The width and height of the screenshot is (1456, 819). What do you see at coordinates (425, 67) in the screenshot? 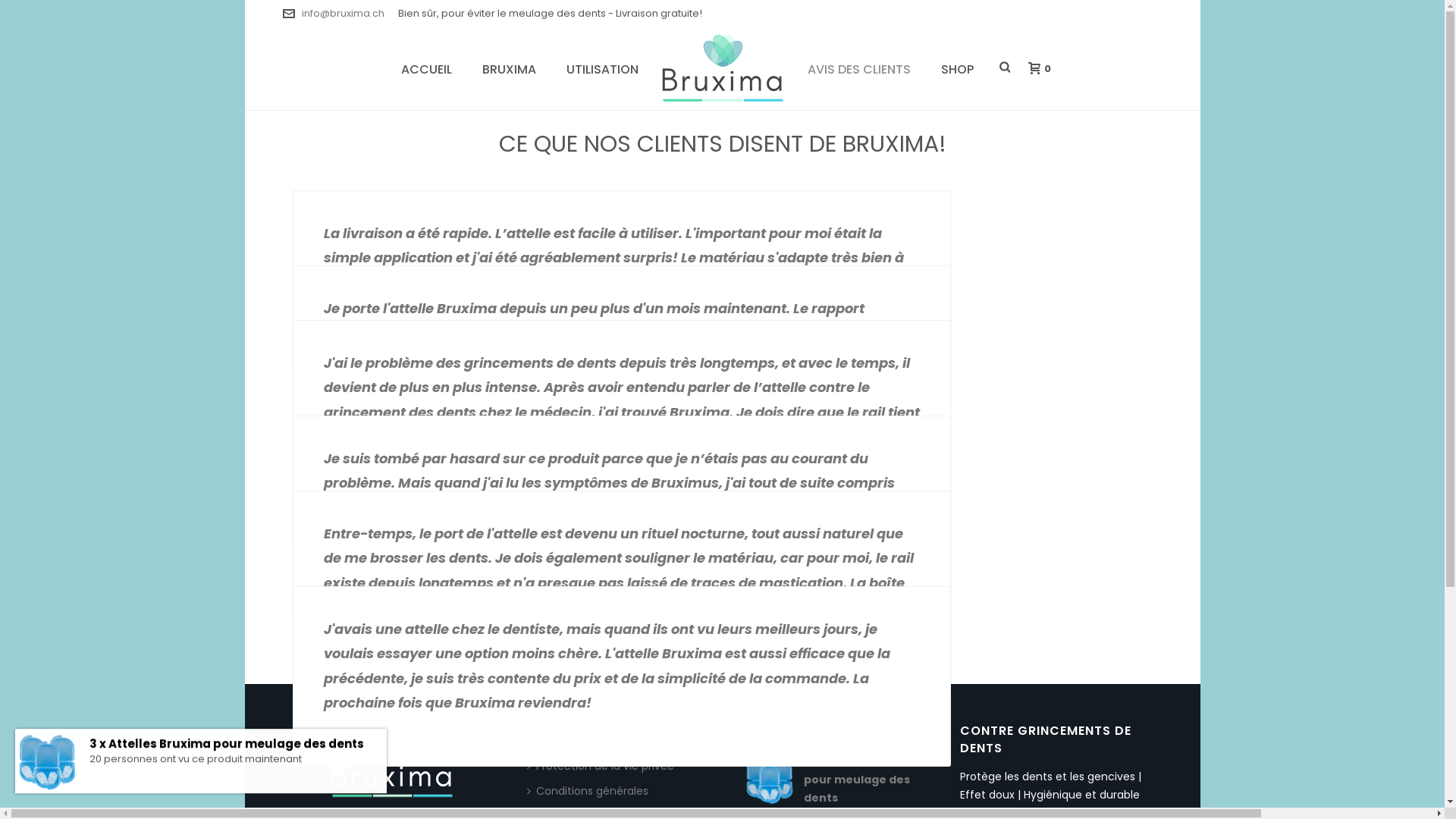
I see `'ACCUEIL'` at bounding box center [425, 67].